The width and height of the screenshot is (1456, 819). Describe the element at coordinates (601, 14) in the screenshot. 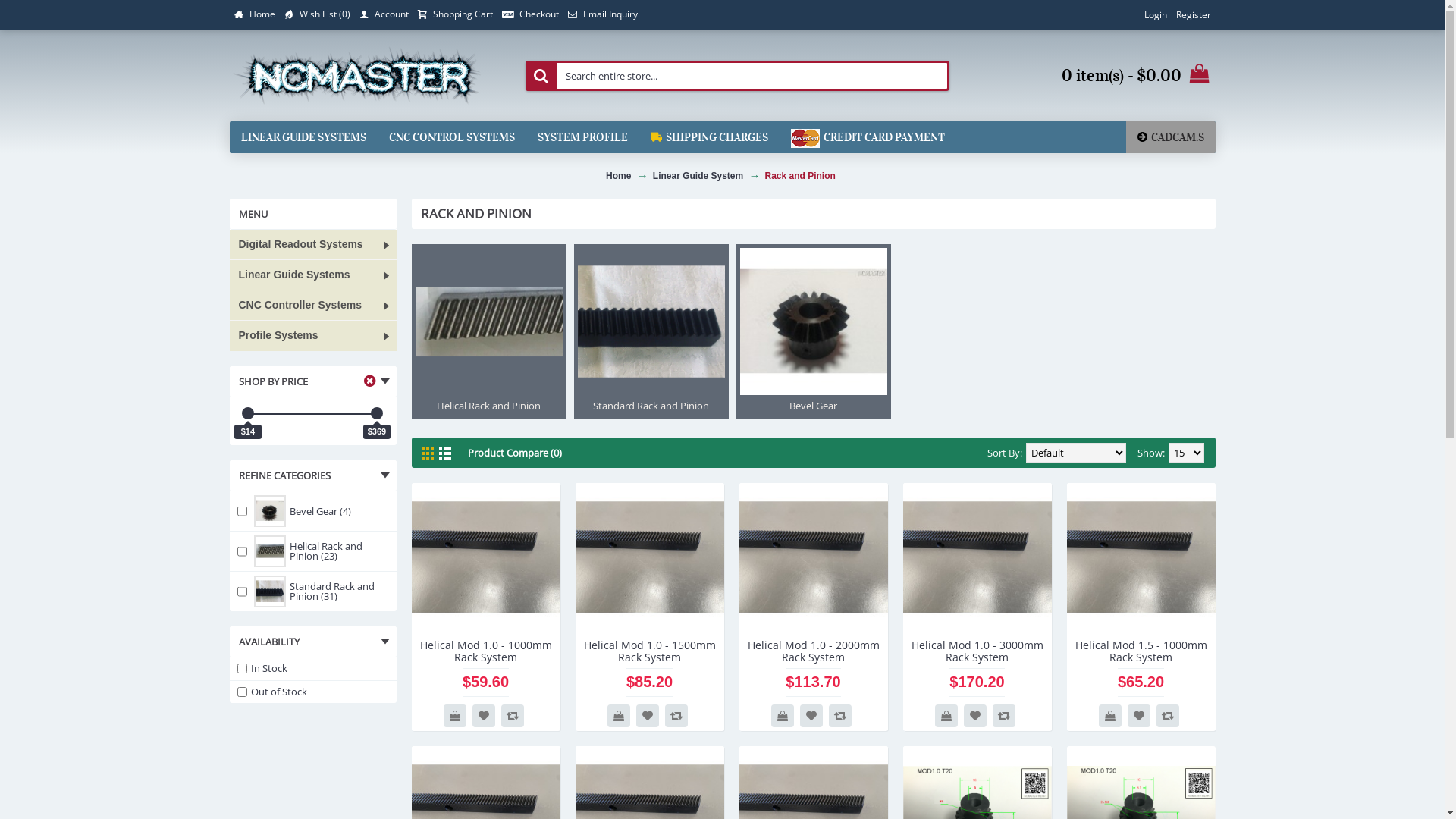

I see `'Email Inquiry'` at that location.